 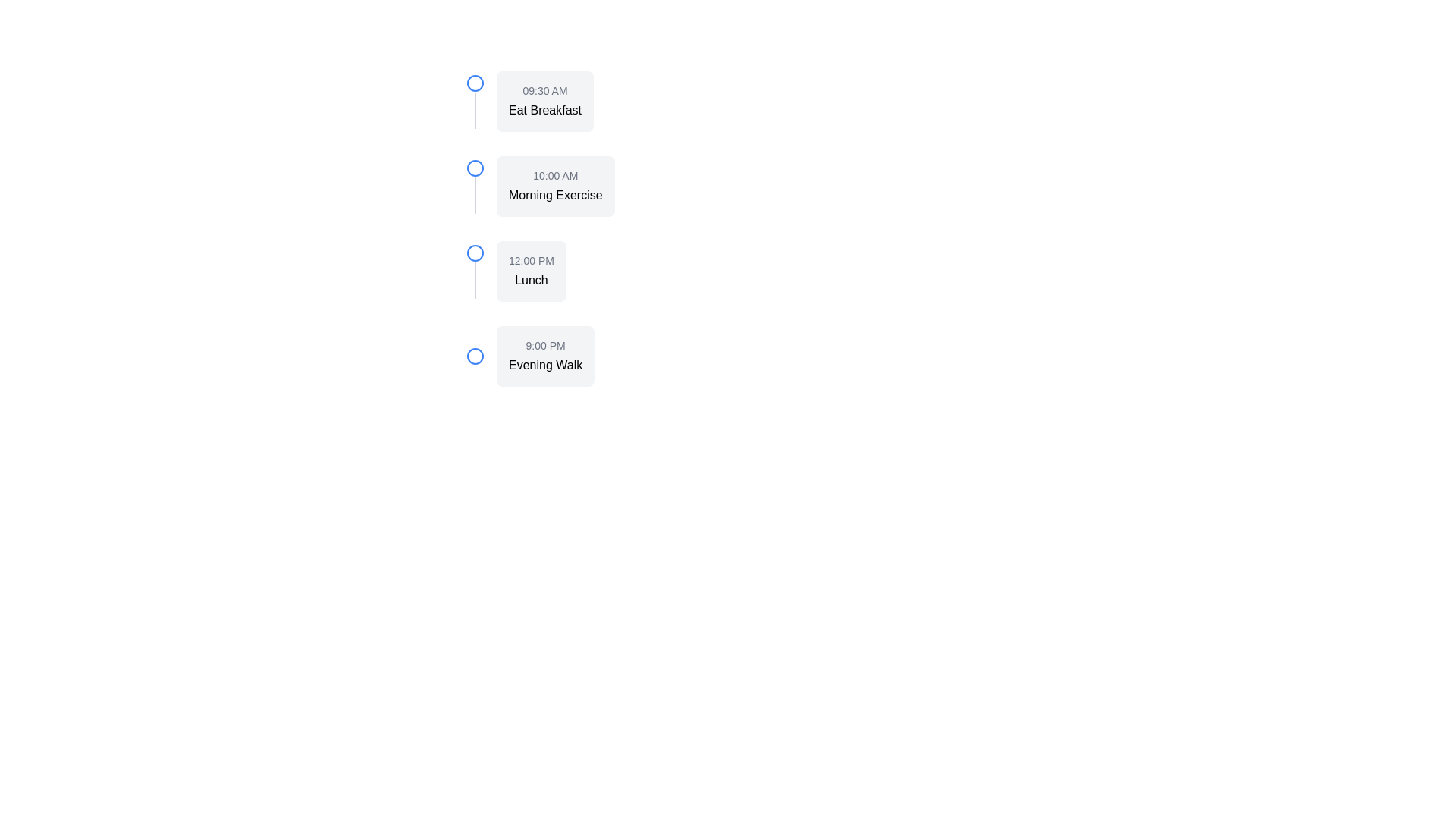 What do you see at coordinates (623, 356) in the screenshot?
I see `the fourth entry in the vertical timeline sequence titled 'Evening Walk' scheduled at 9:00 PM` at bounding box center [623, 356].